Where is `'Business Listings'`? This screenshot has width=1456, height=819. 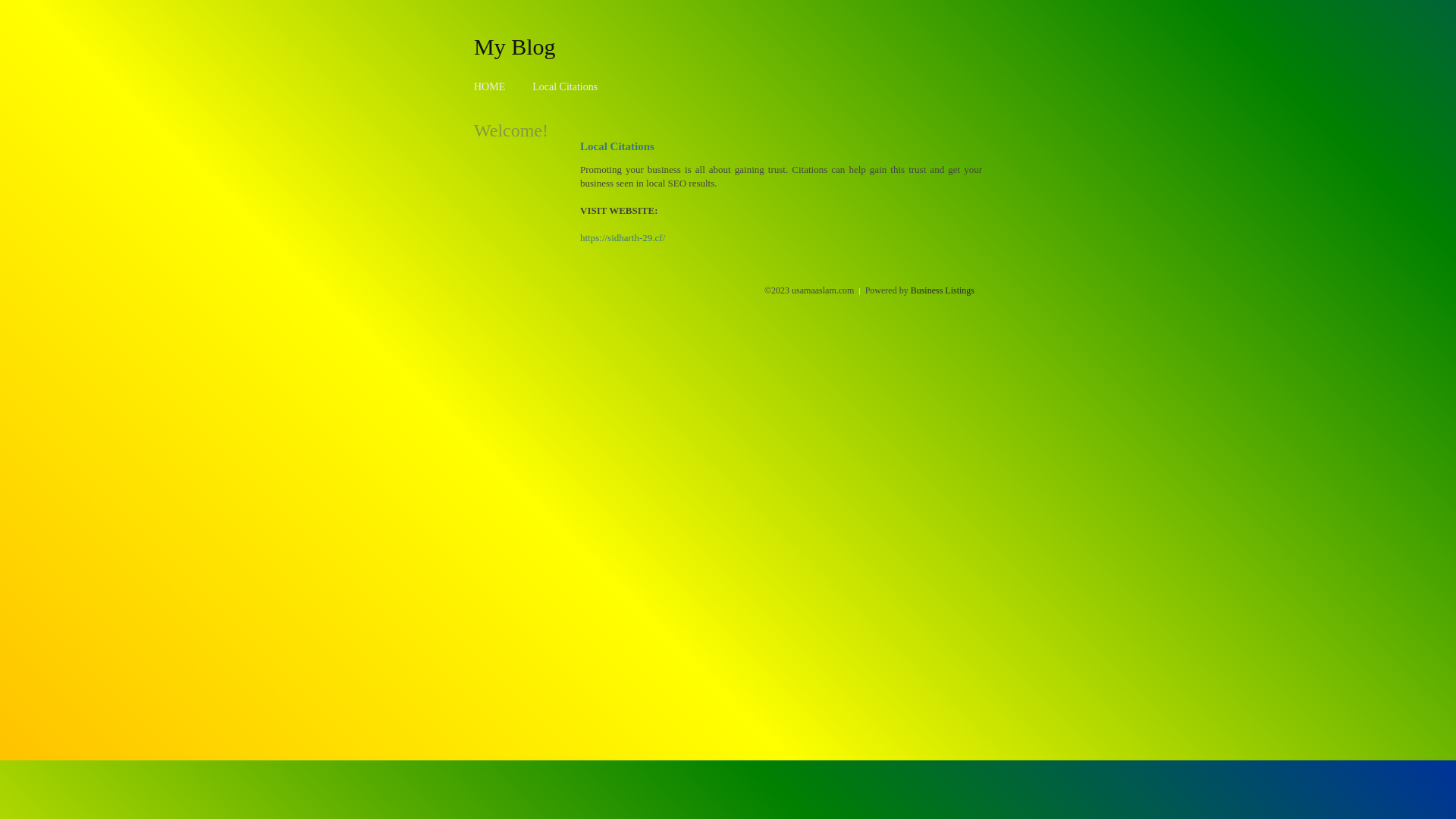 'Business Listings' is located at coordinates (942, 290).